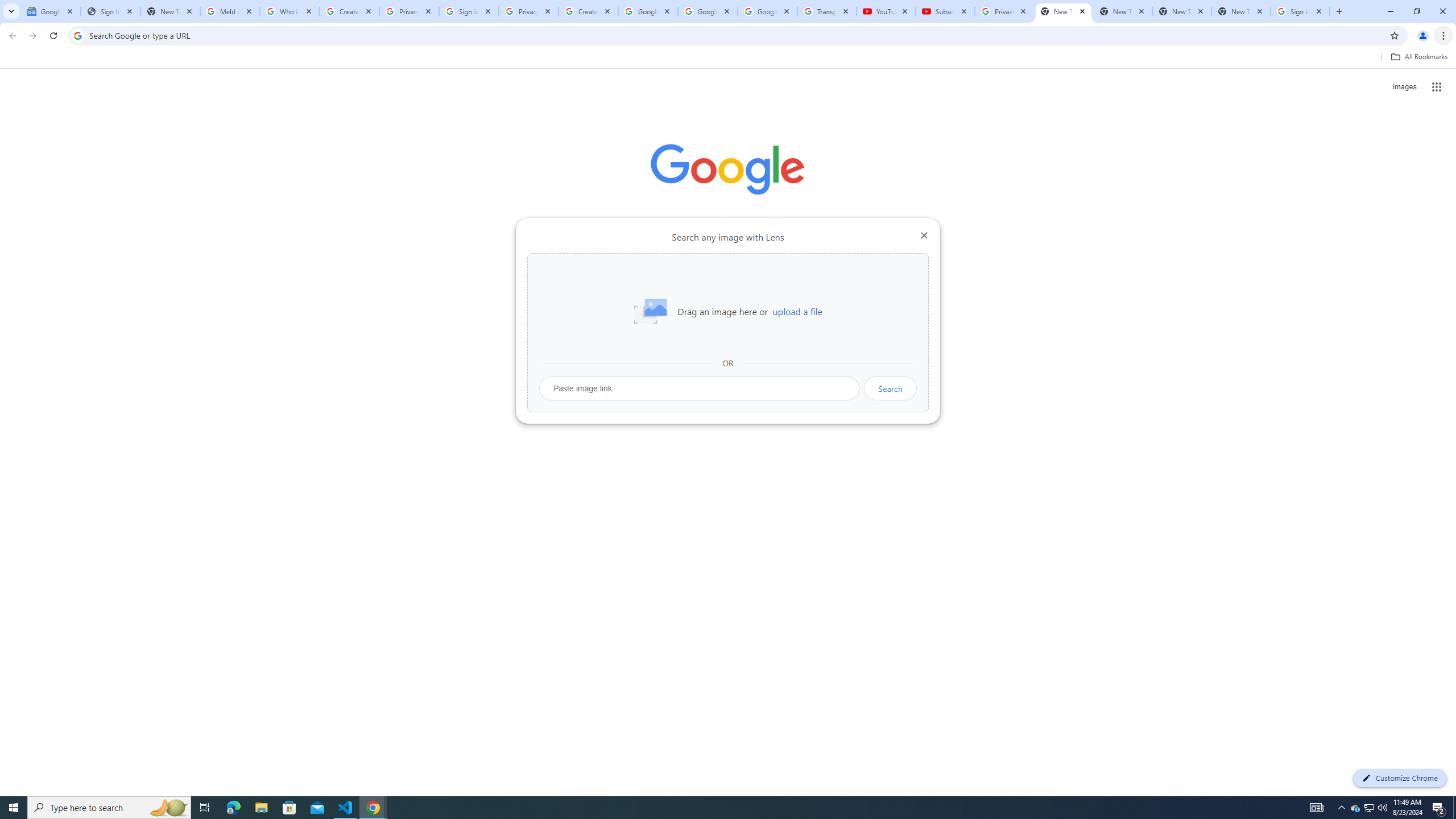 This screenshot has height=819, width=1456. What do you see at coordinates (797, 311) in the screenshot?
I see `'upload a file'` at bounding box center [797, 311].